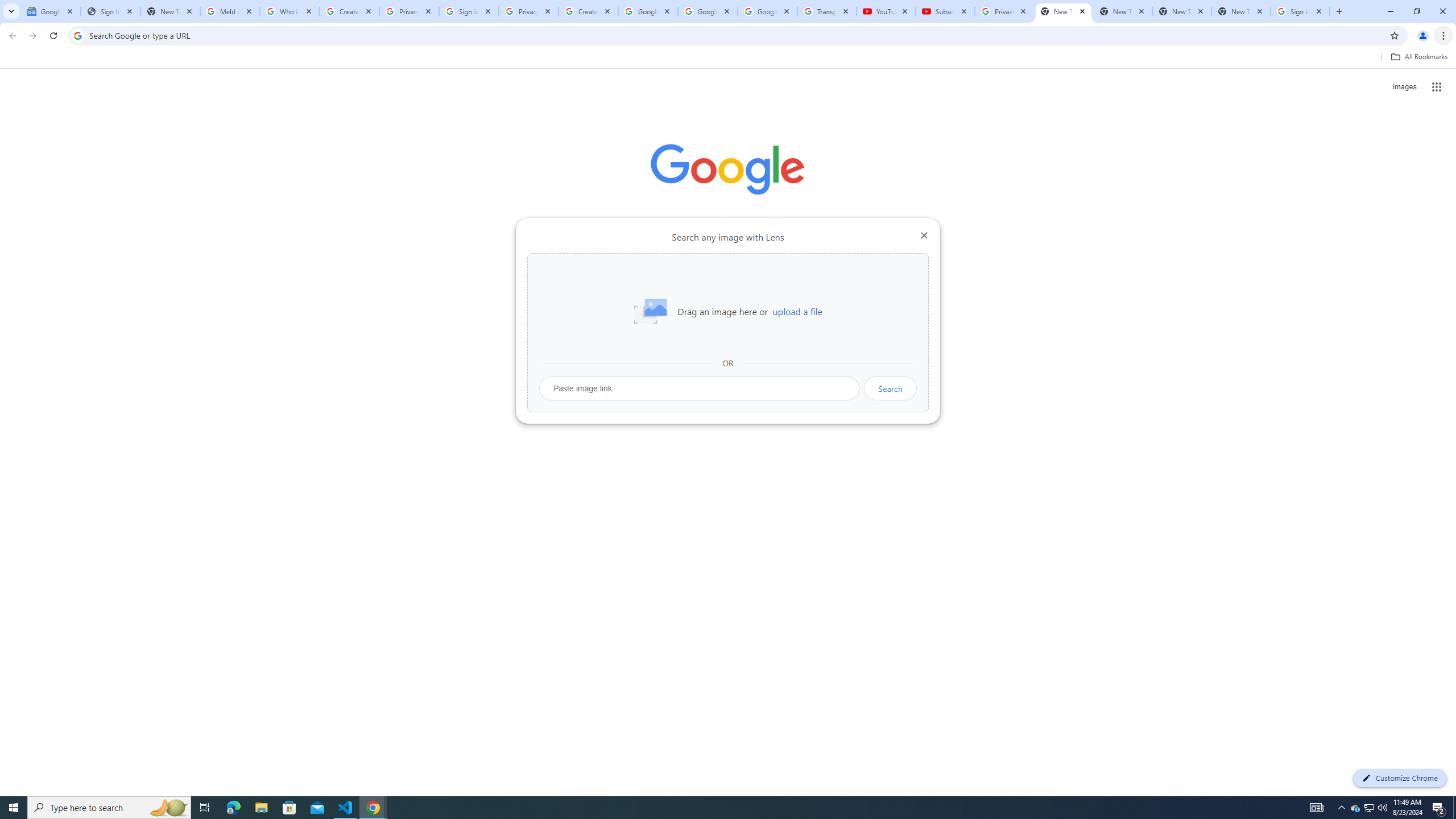 This screenshot has height=819, width=1456. What do you see at coordinates (797, 311) in the screenshot?
I see `'upload a file'` at bounding box center [797, 311].